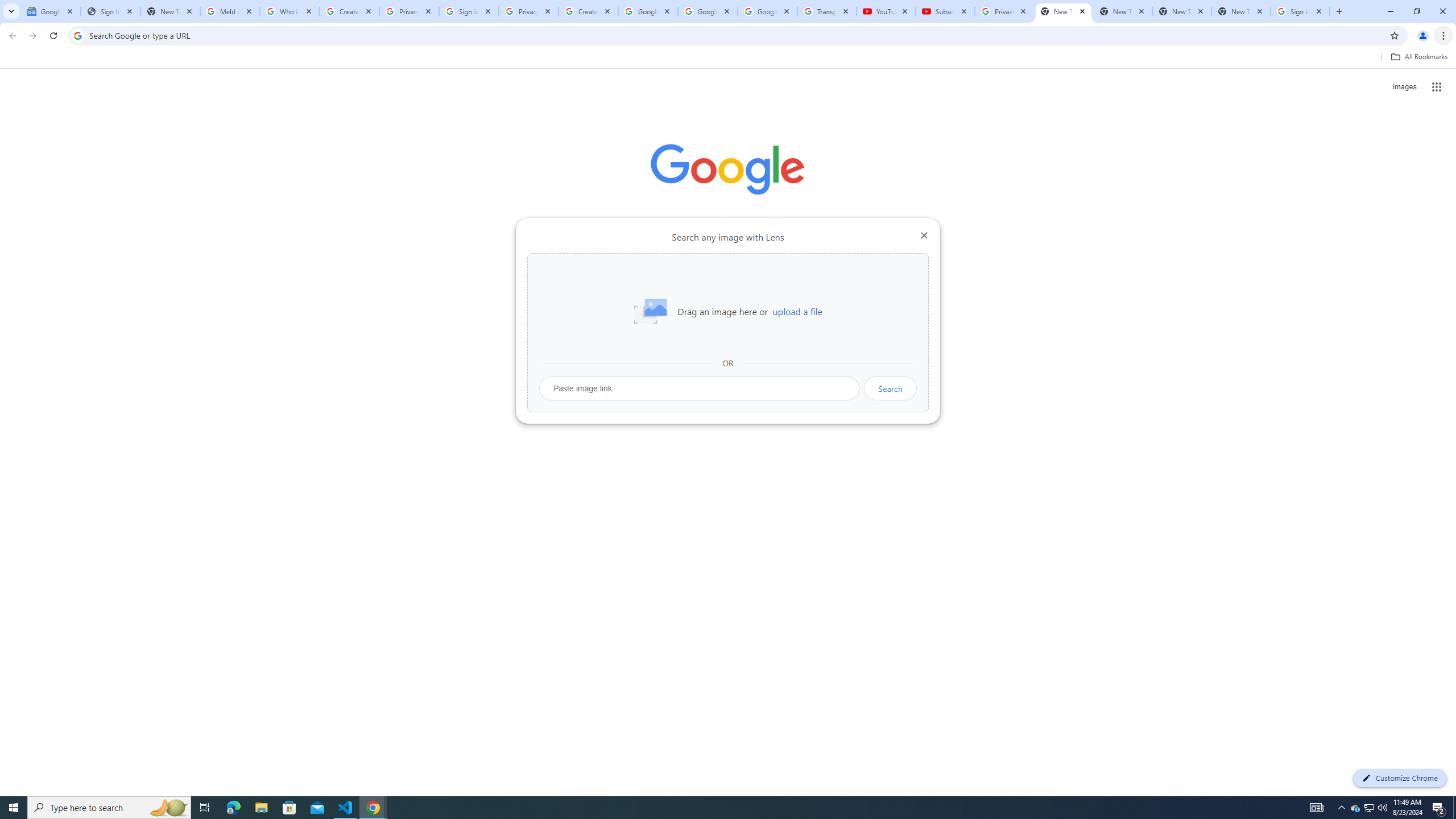 This screenshot has height=819, width=1456. What do you see at coordinates (797, 311) in the screenshot?
I see `'upload a file'` at bounding box center [797, 311].